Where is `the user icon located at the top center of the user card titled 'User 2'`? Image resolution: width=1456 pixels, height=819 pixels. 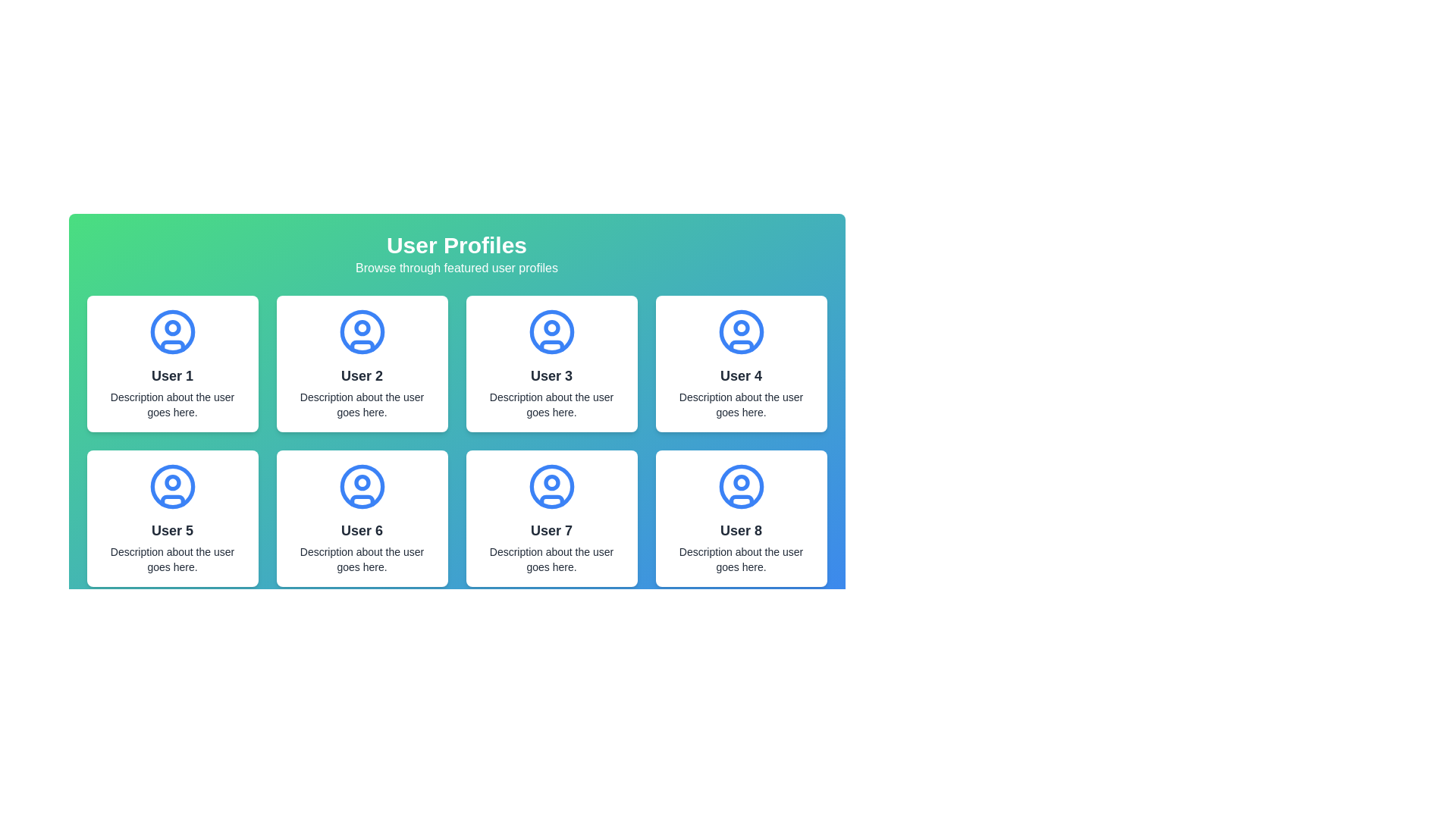
the user icon located at the top center of the user card titled 'User 2' is located at coordinates (361, 331).